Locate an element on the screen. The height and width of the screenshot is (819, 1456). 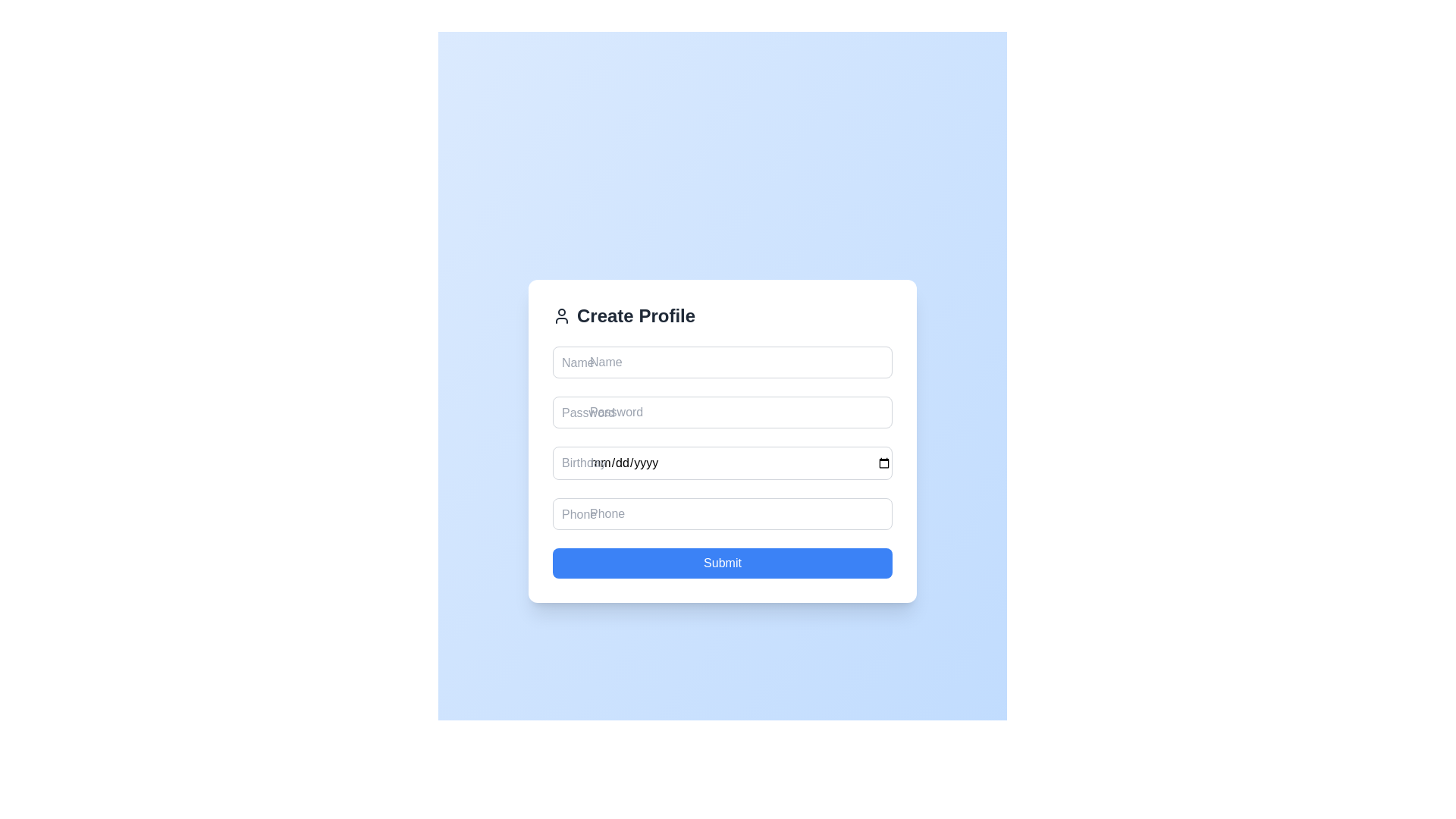
the 'Phone' label, which is styled in gray and positioned at the upper-left corner of the phone number input field in the form is located at coordinates (579, 513).